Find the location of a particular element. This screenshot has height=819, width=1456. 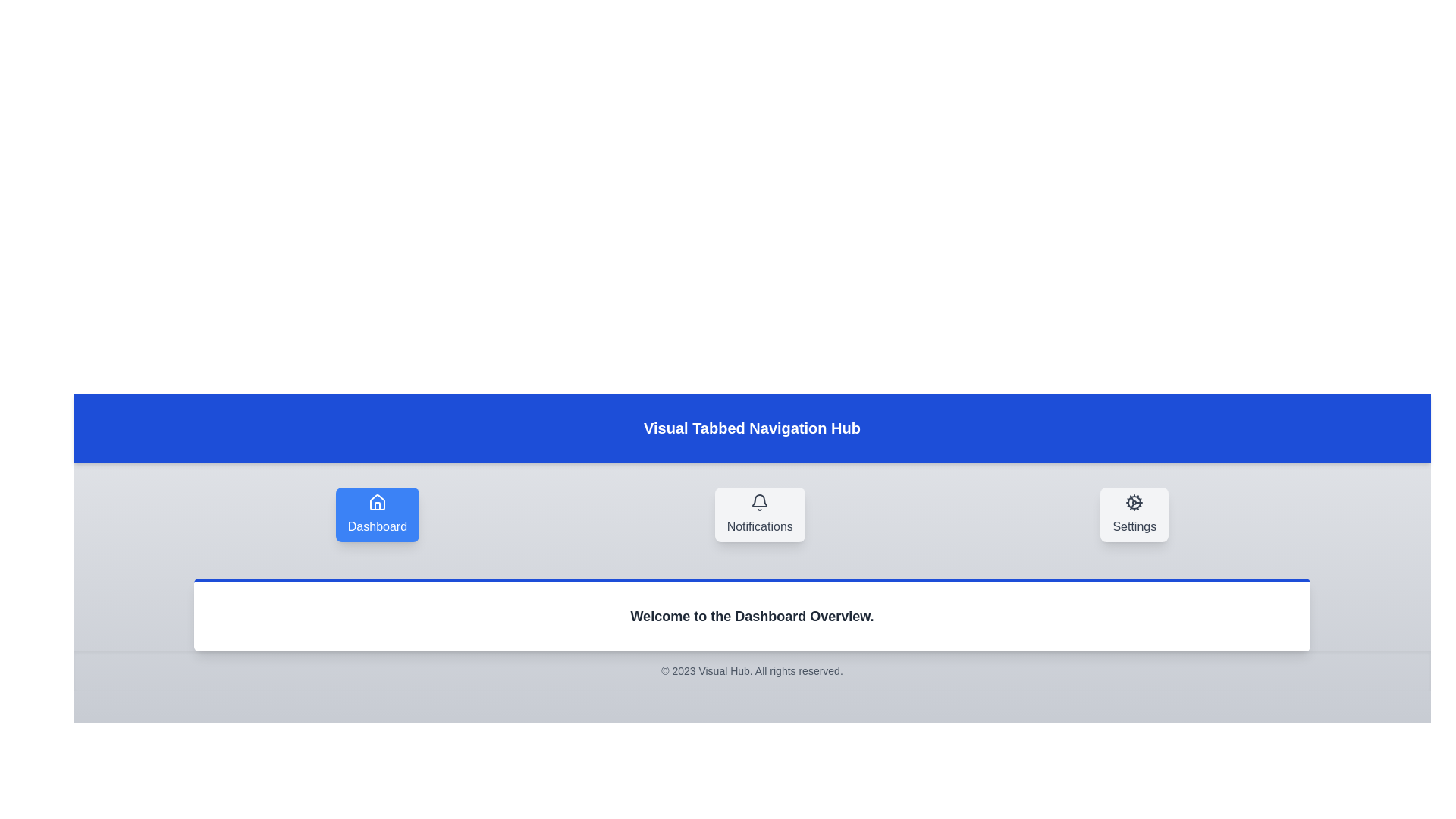

the 'Notifications' text label, which is displayed in a medium-weight font style and is located below the bell icon within the navigation bar is located at coordinates (760, 526).